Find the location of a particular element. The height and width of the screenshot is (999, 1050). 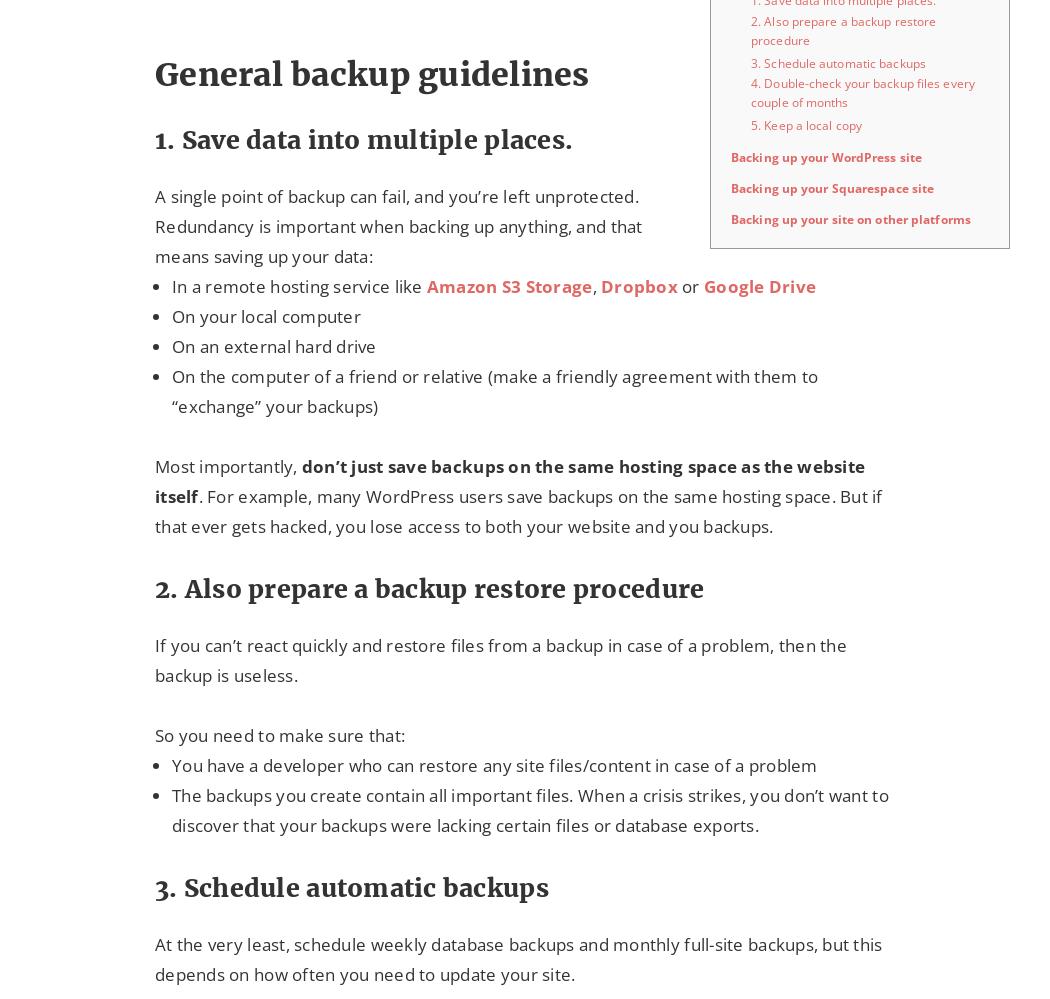

'So you need to make sure that:' is located at coordinates (154, 734).